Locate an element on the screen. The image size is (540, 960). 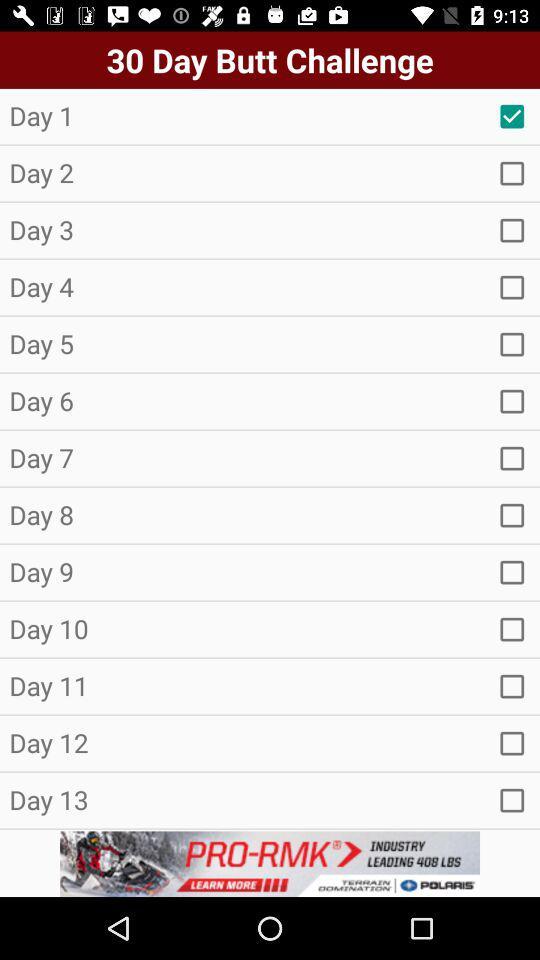
empty box option is located at coordinates (512, 800).